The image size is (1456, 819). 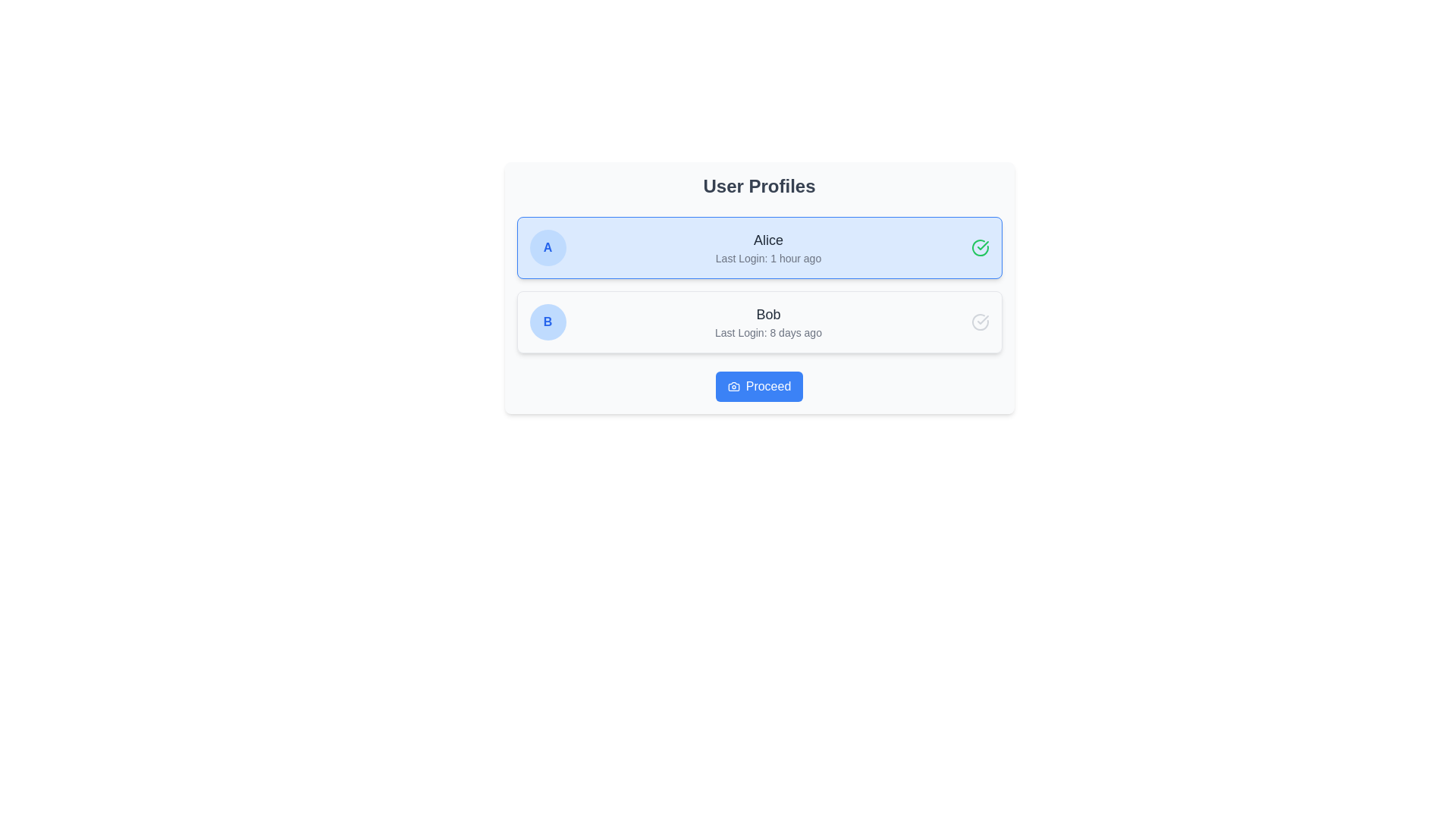 I want to click on static text displaying 'Last Login: 8 days ago', which is located directly below the user name 'Bob' in the user profile section, so click(x=768, y=332).